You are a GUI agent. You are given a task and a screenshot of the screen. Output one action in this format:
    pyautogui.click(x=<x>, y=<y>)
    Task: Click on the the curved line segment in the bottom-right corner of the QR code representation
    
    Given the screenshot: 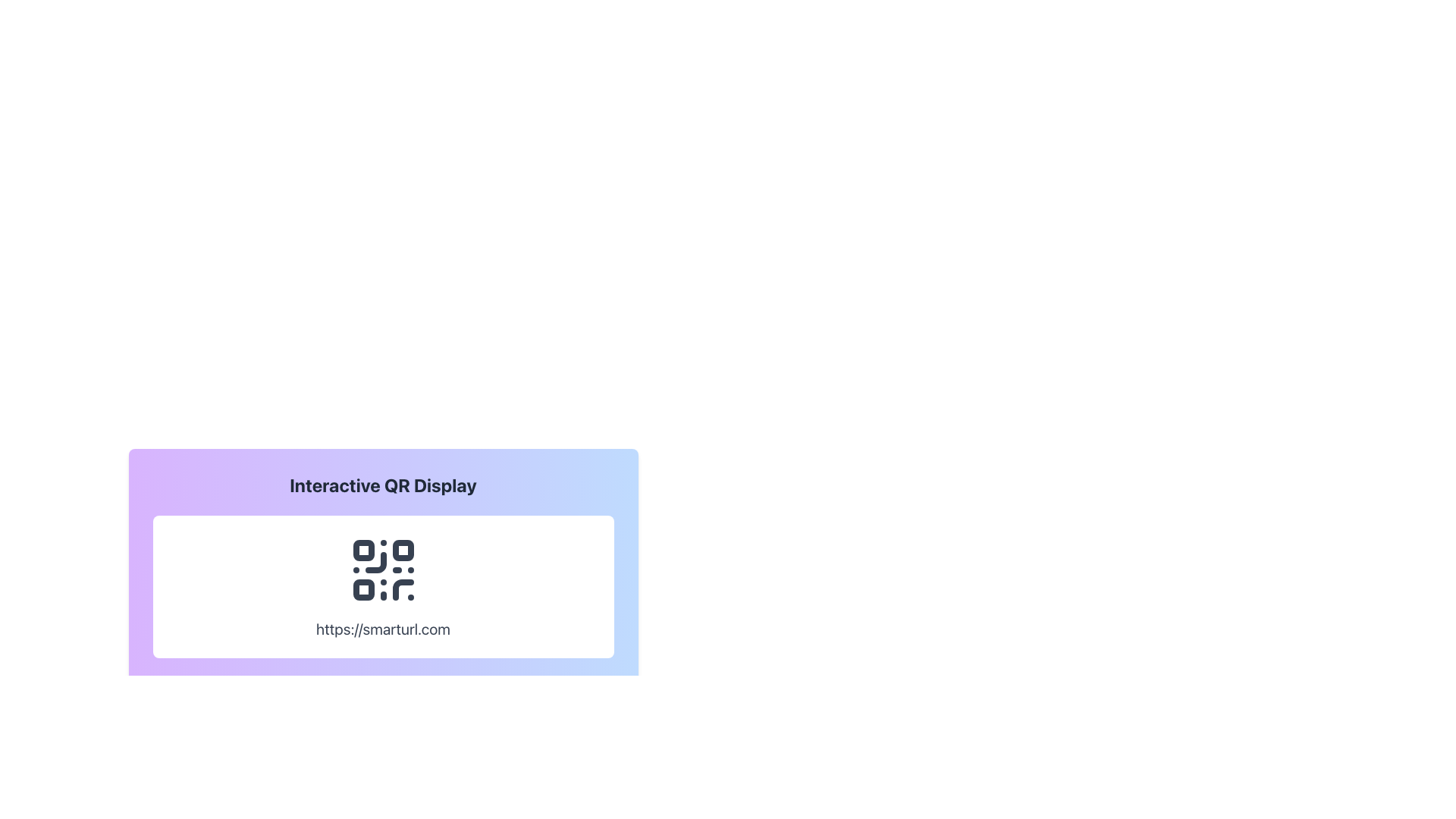 What is the action you would take?
    pyautogui.click(x=403, y=589)
    